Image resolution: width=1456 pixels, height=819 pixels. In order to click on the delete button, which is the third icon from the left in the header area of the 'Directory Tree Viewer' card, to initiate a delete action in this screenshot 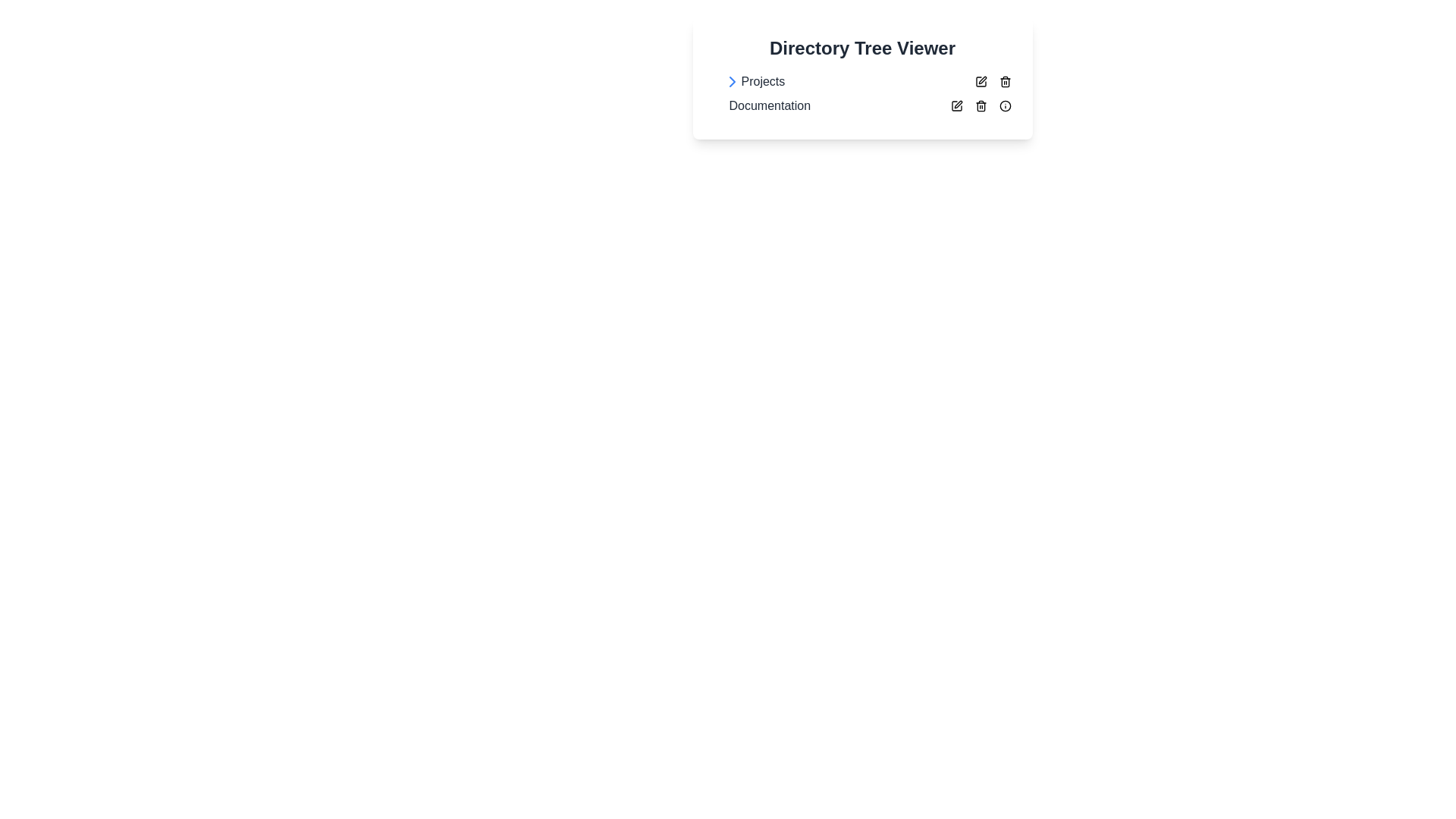, I will do `click(981, 105)`.